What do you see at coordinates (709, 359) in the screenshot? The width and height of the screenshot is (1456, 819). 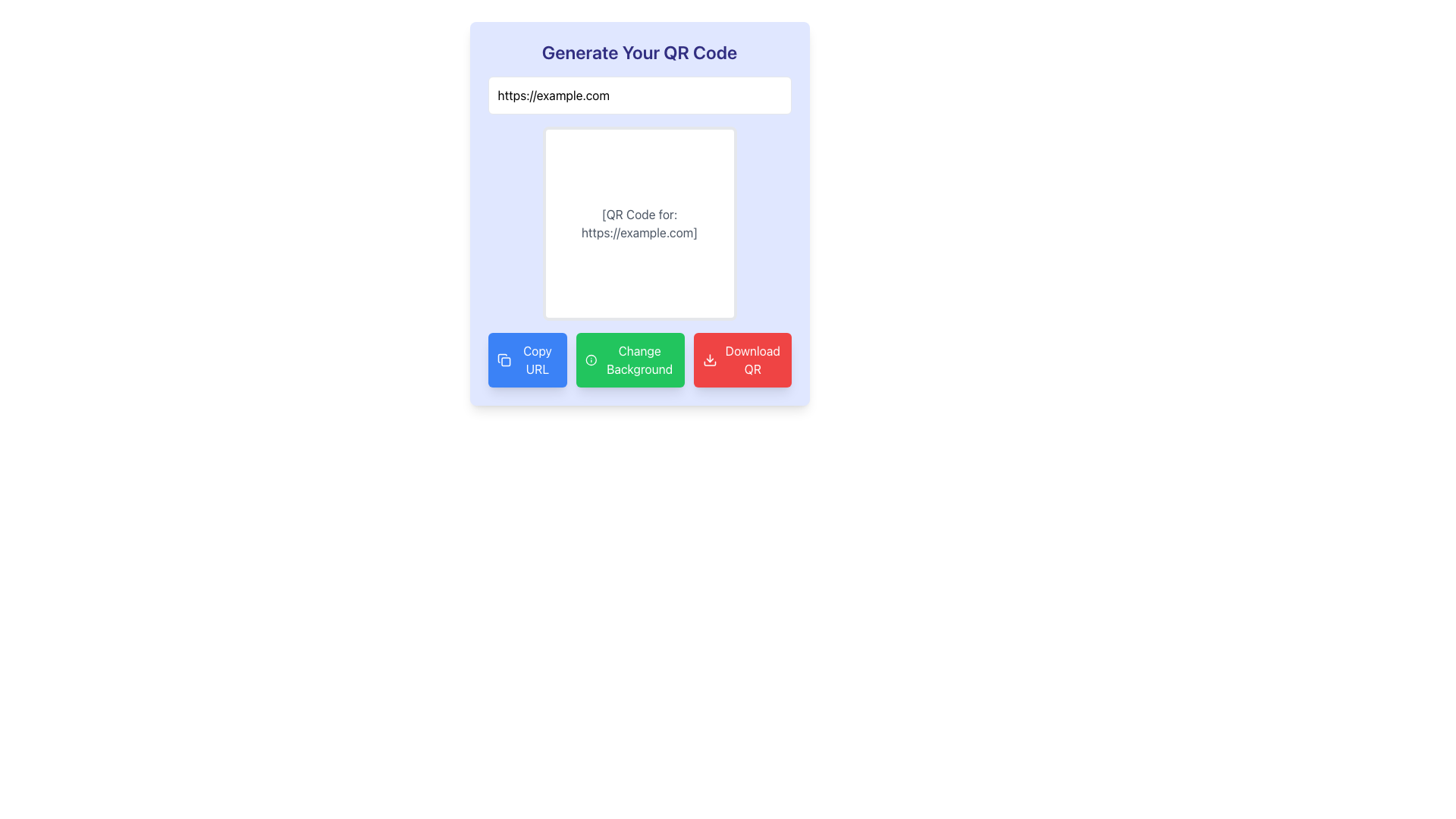 I see `the red button labeled 'Download QR' which contains the download icon on its left side to initiate the download action` at bounding box center [709, 359].